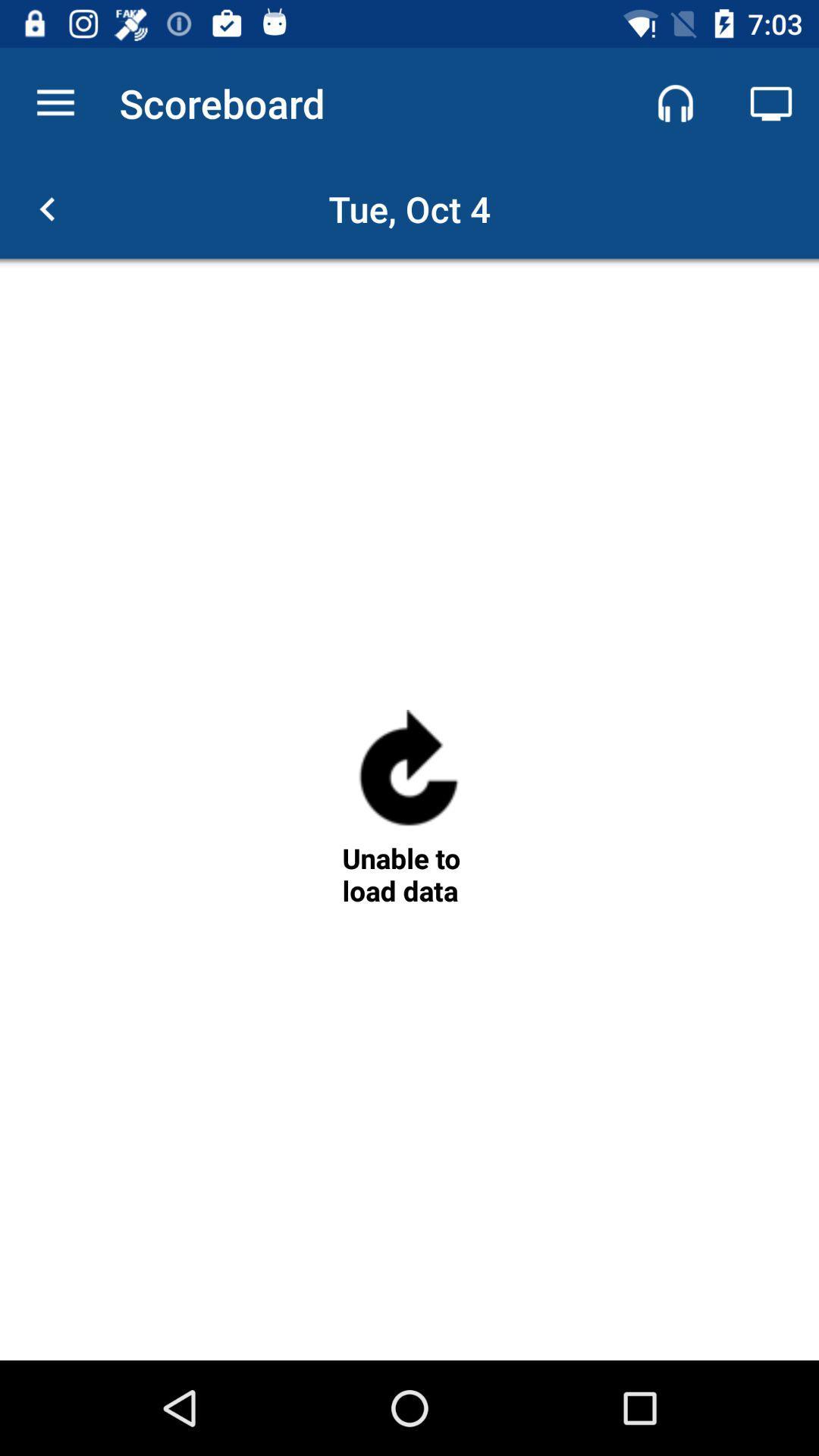  I want to click on the unable to load, so click(408, 874).